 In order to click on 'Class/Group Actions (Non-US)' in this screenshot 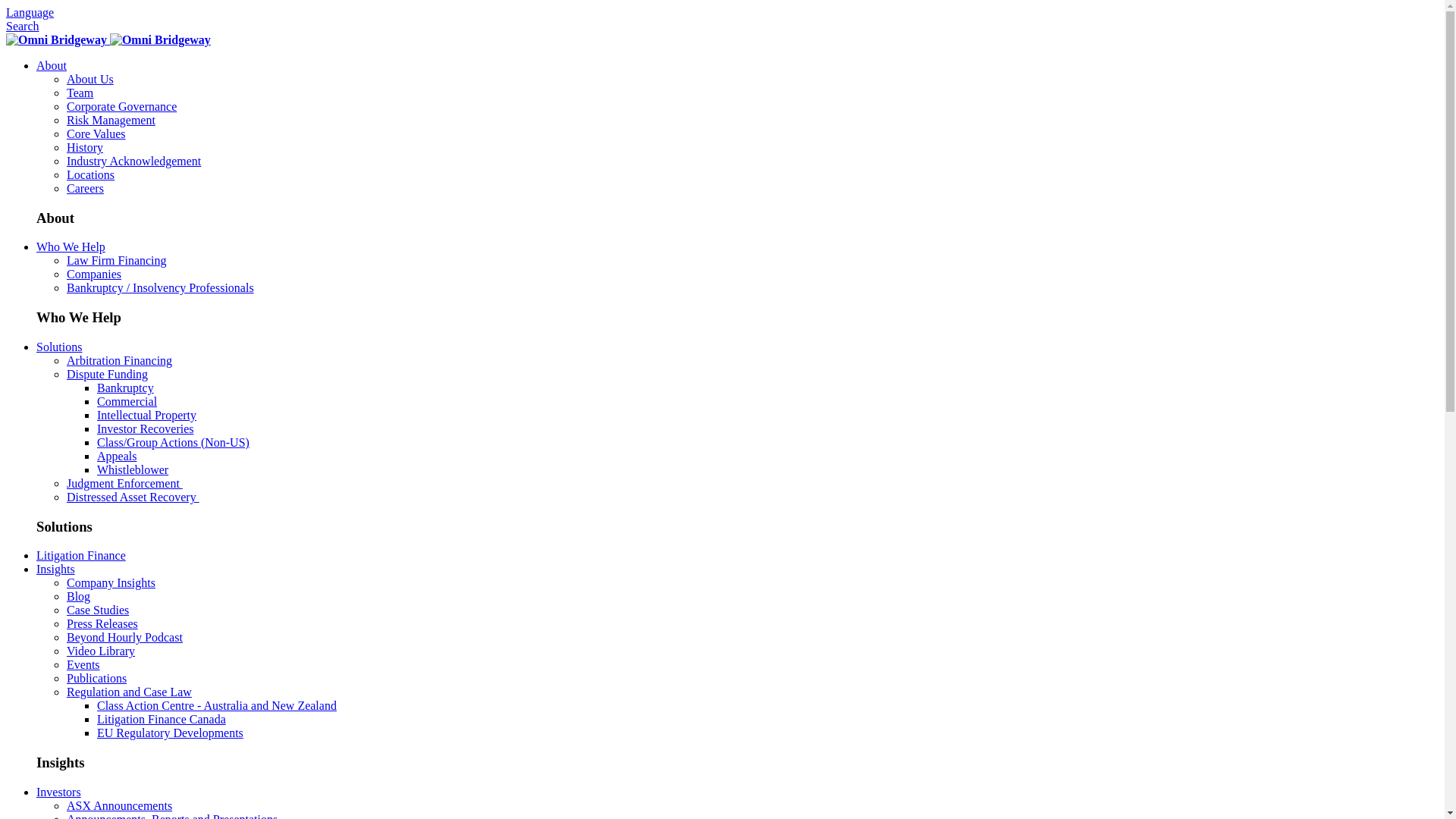, I will do `click(96, 442)`.